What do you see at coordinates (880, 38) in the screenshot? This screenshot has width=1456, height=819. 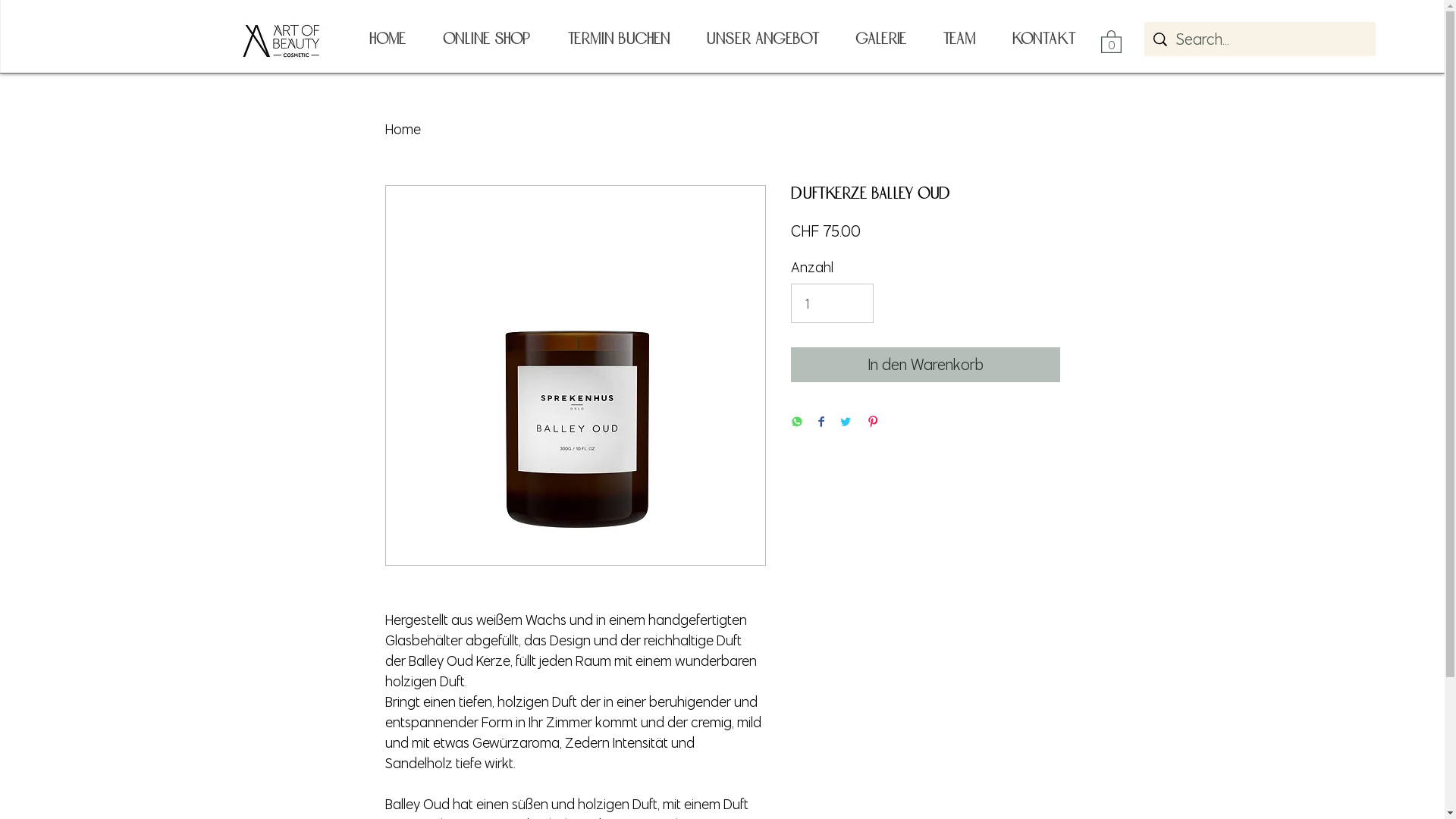 I see `'GALERIE'` at bounding box center [880, 38].